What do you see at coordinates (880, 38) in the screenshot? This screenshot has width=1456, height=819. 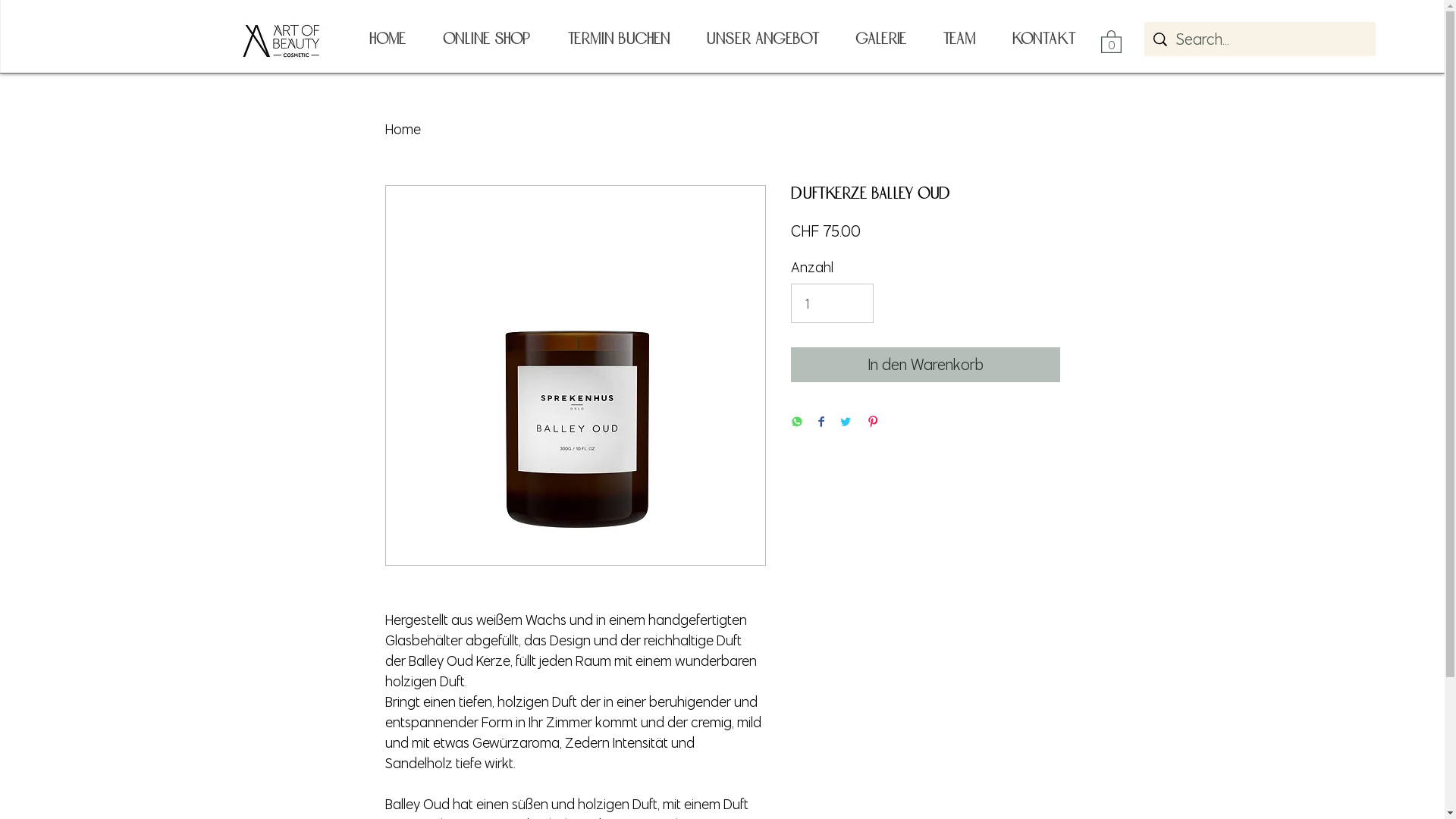 I see `'GALERIE'` at bounding box center [880, 38].